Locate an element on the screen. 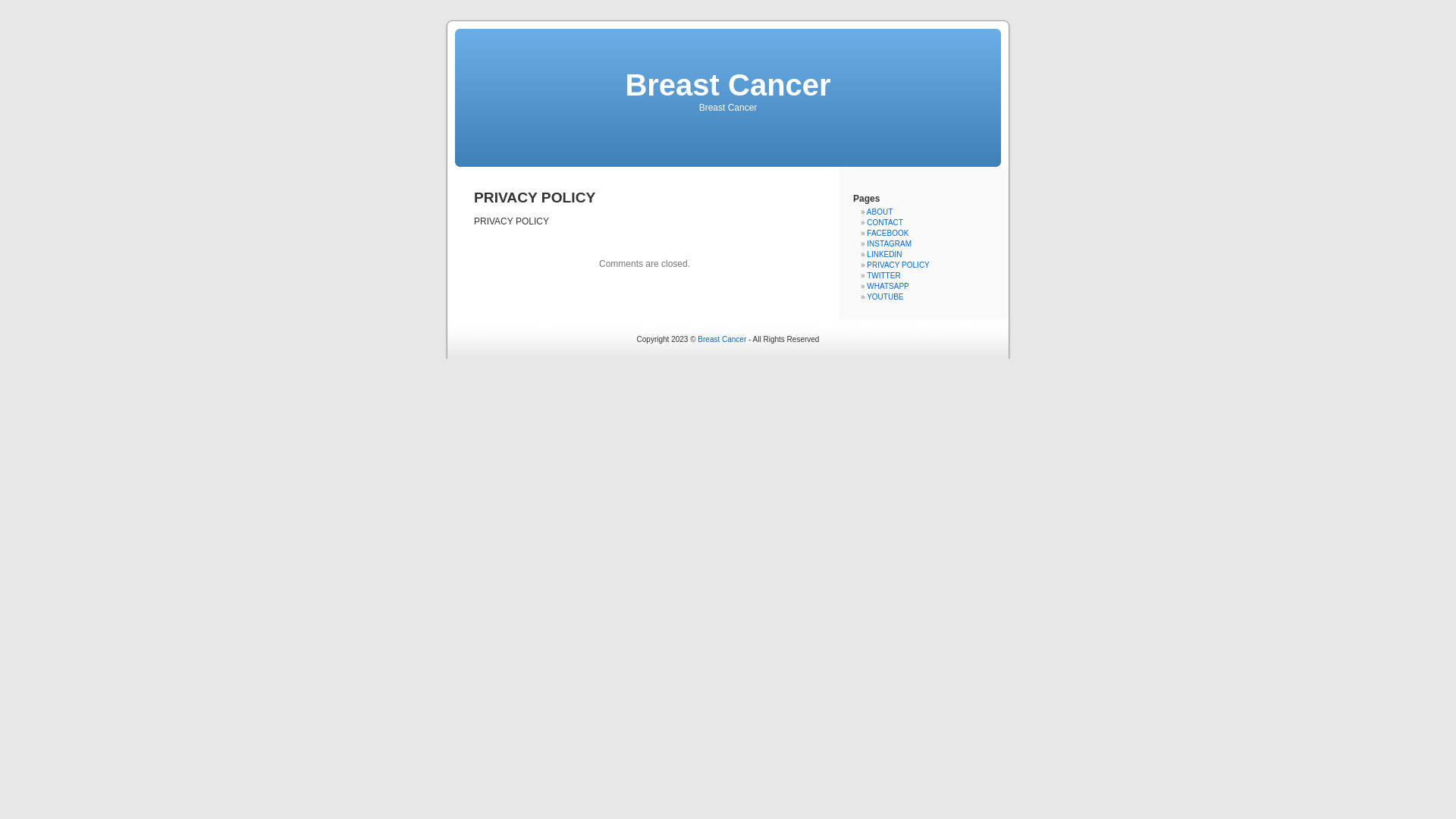 Image resolution: width=1456 pixels, height=819 pixels. 'LINKEDIN' is located at coordinates (884, 253).